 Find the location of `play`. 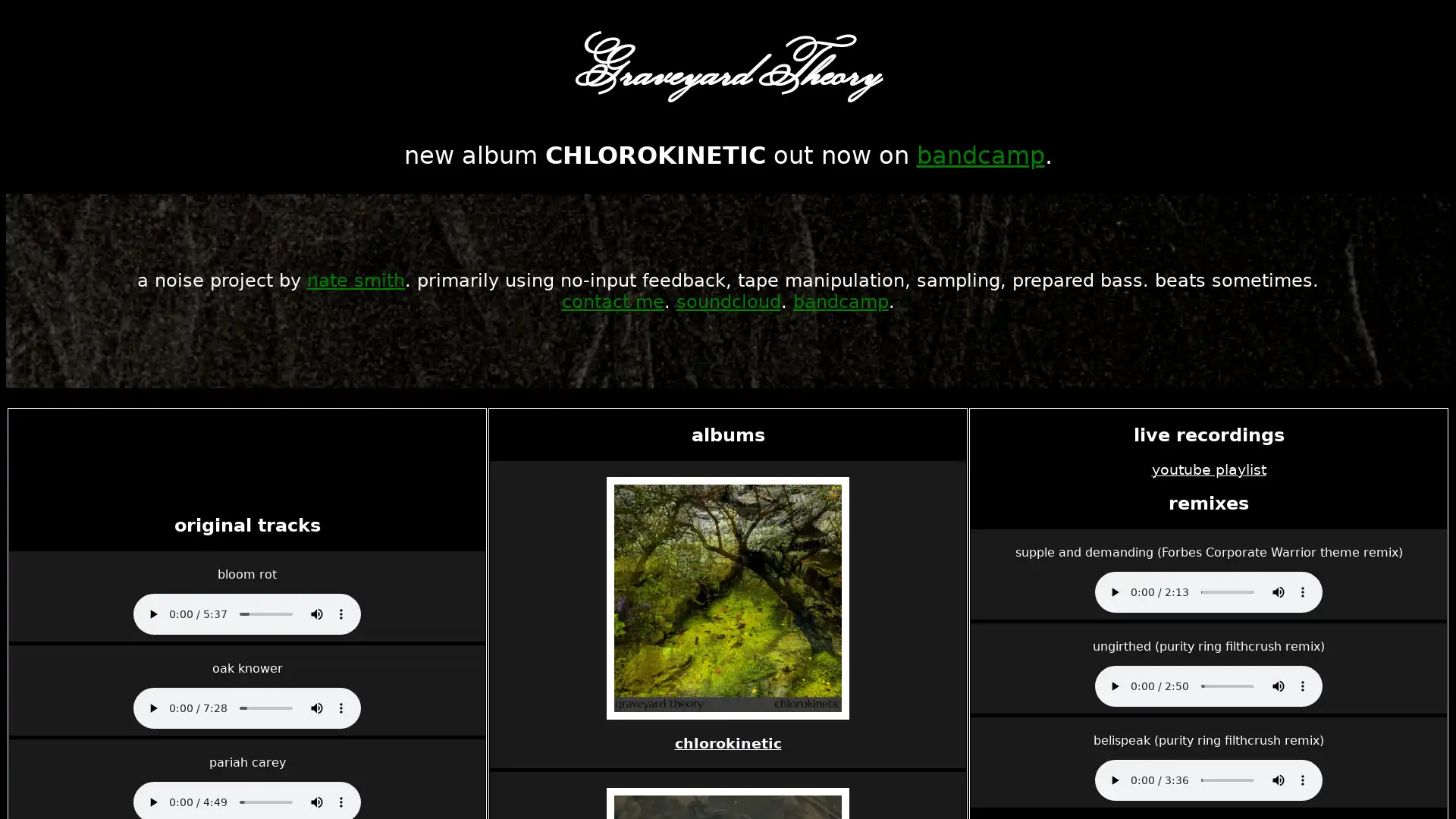

play is located at coordinates (1114, 686).